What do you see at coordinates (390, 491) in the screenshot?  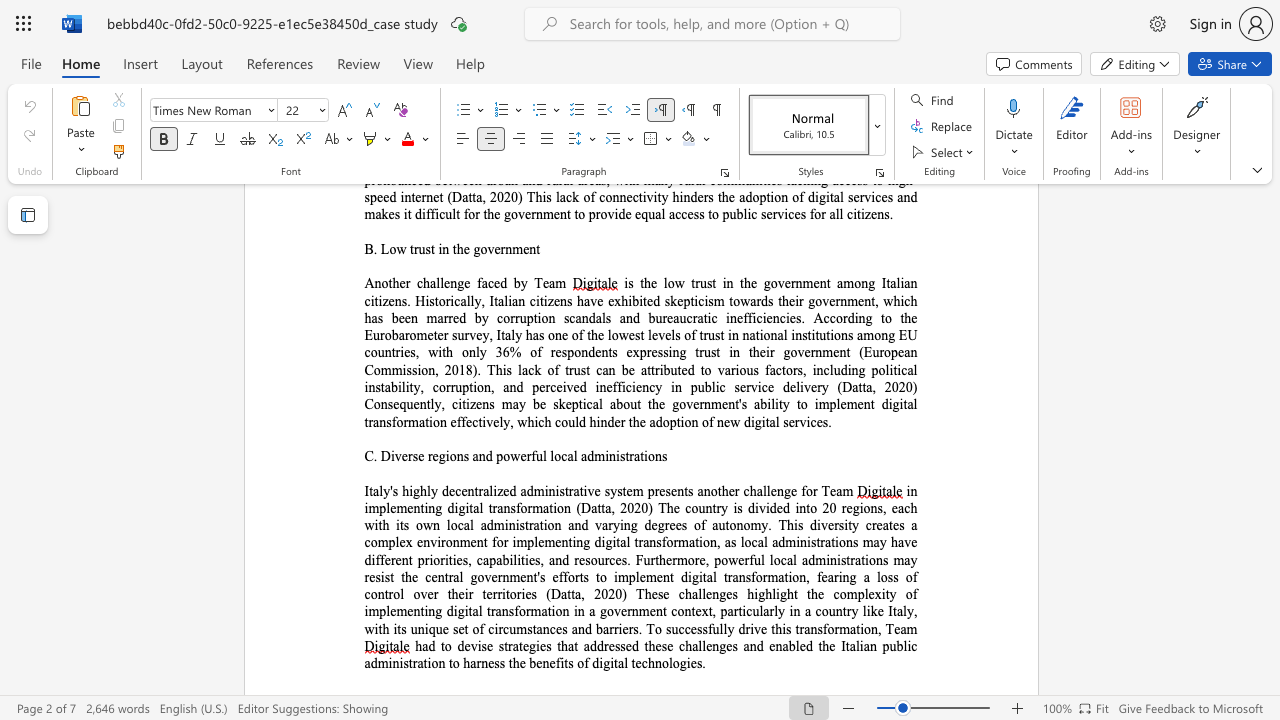 I see `the subset text "'s highly decentralized administrative system presents another challe" within the text "Italy"` at bounding box center [390, 491].